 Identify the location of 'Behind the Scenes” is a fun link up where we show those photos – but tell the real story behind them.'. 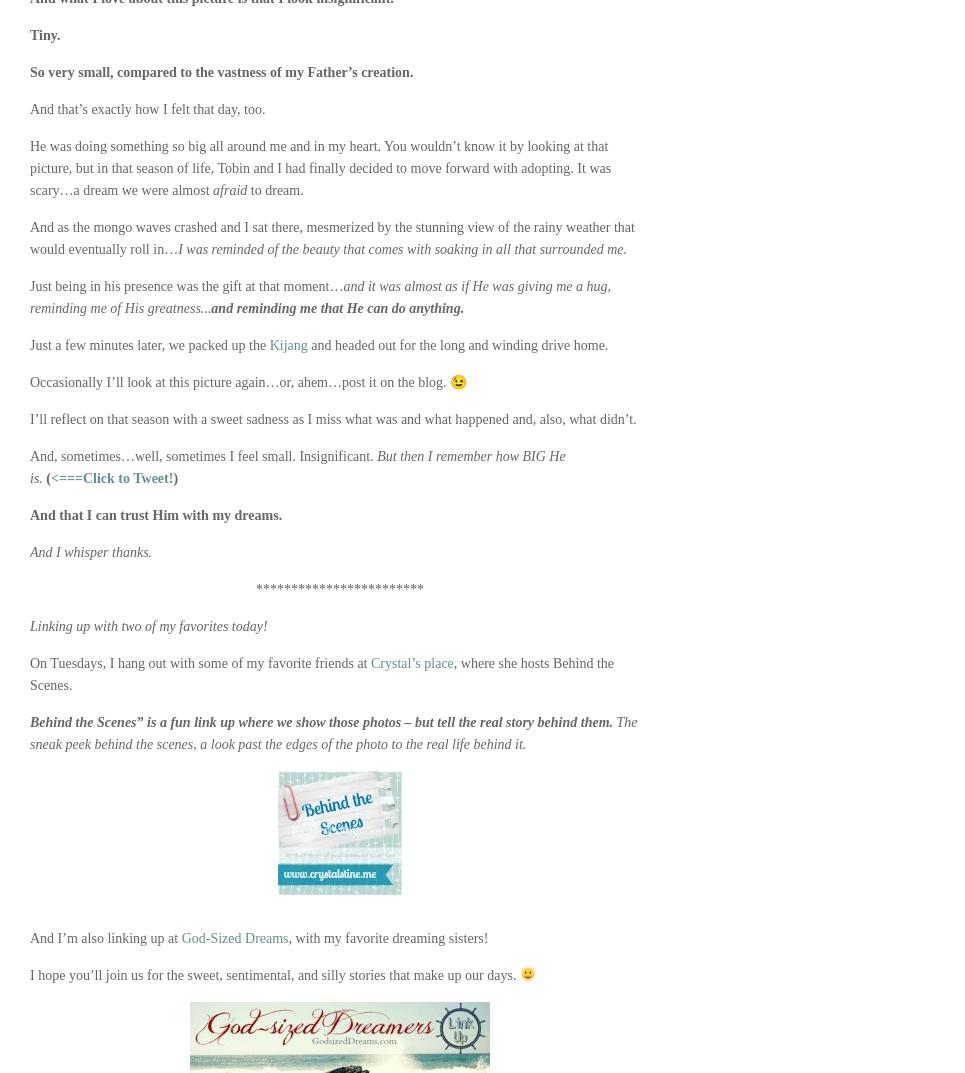
(320, 721).